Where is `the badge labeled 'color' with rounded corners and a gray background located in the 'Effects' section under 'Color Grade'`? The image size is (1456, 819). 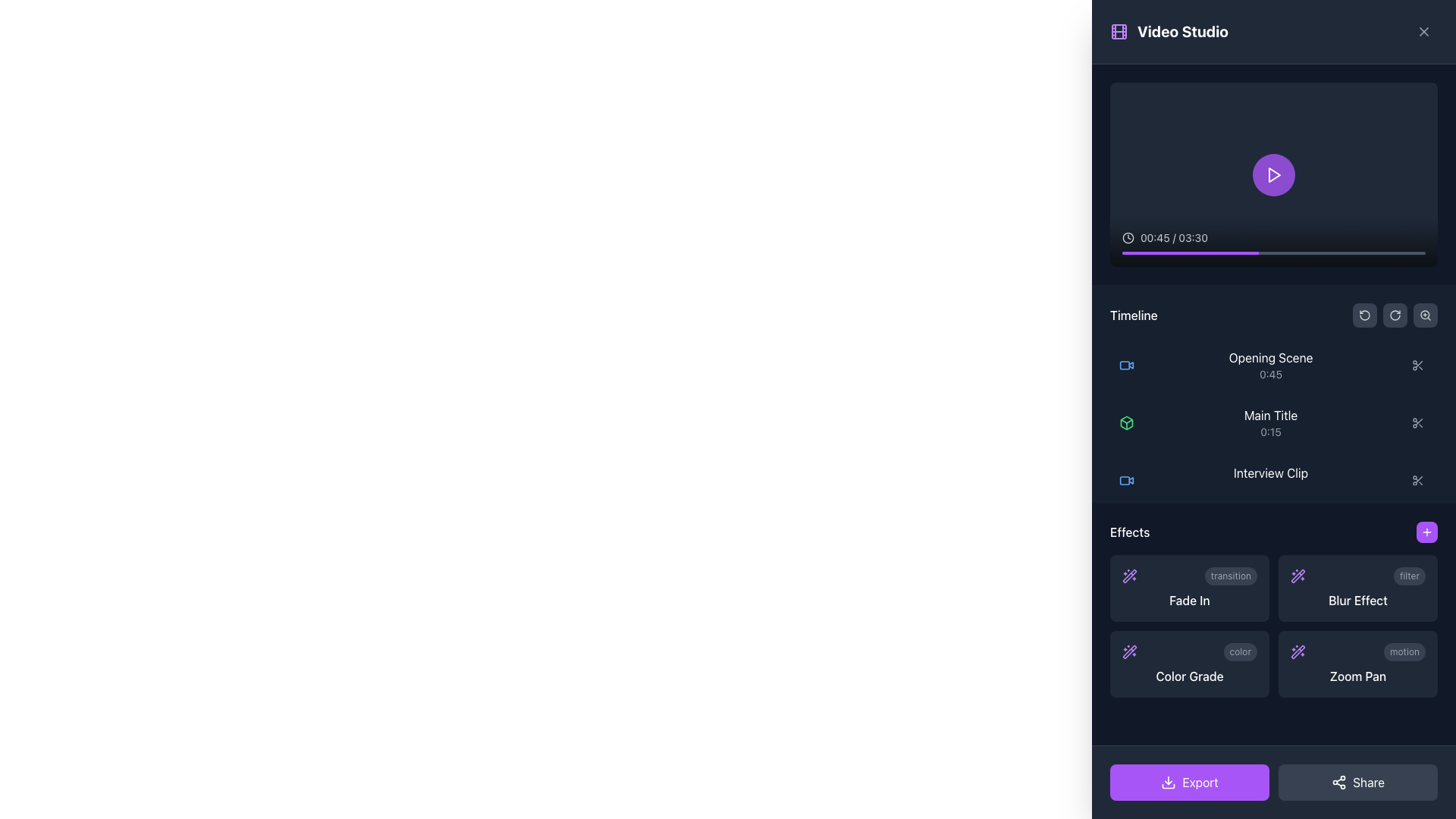 the badge labeled 'color' with rounded corners and a gray background located in the 'Effects' section under 'Color Grade' is located at coordinates (1240, 651).